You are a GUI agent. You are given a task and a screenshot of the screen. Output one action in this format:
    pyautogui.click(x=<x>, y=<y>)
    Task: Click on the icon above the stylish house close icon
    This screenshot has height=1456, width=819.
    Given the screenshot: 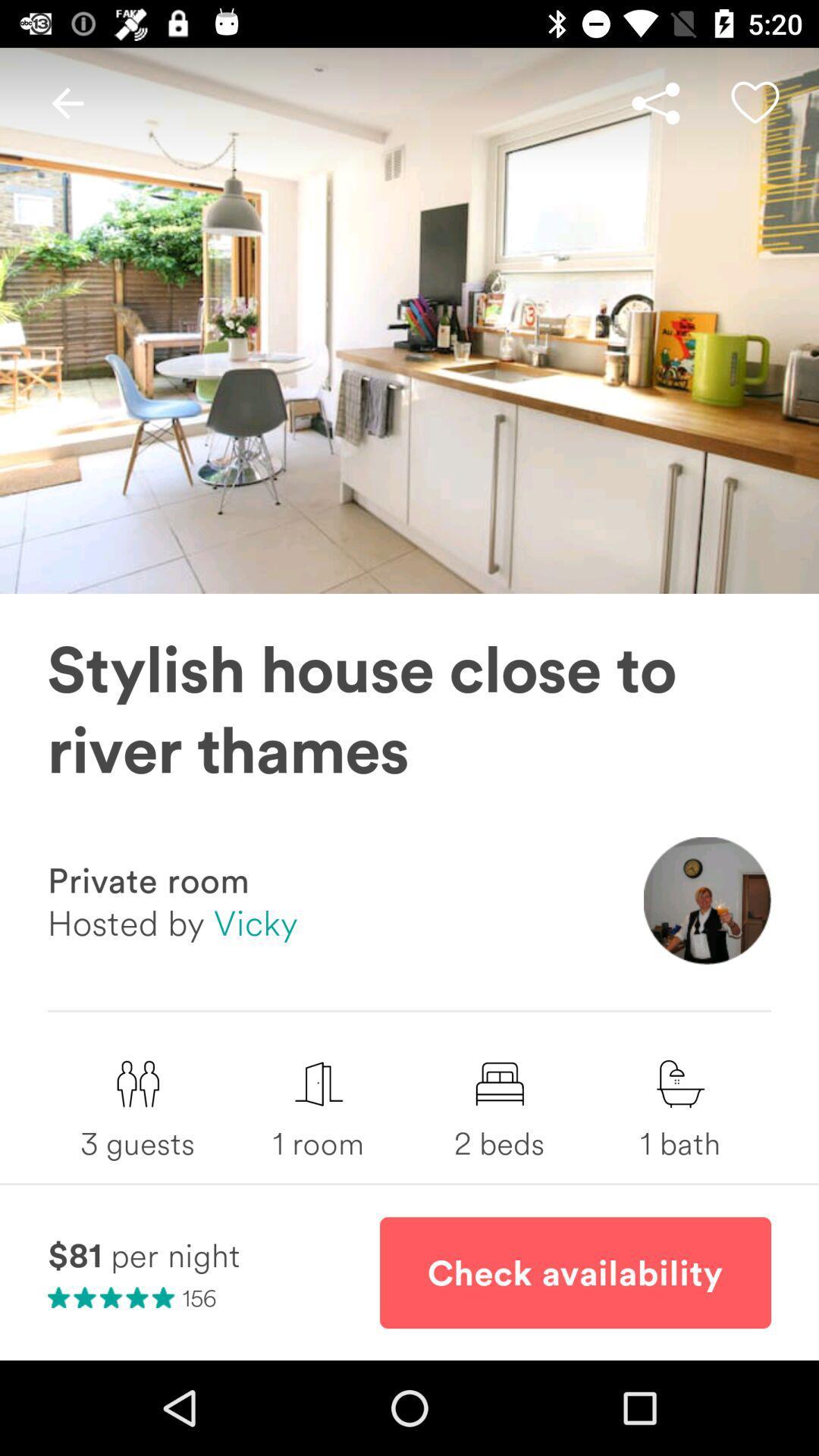 What is the action you would take?
    pyautogui.click(x=67, y=102)
    